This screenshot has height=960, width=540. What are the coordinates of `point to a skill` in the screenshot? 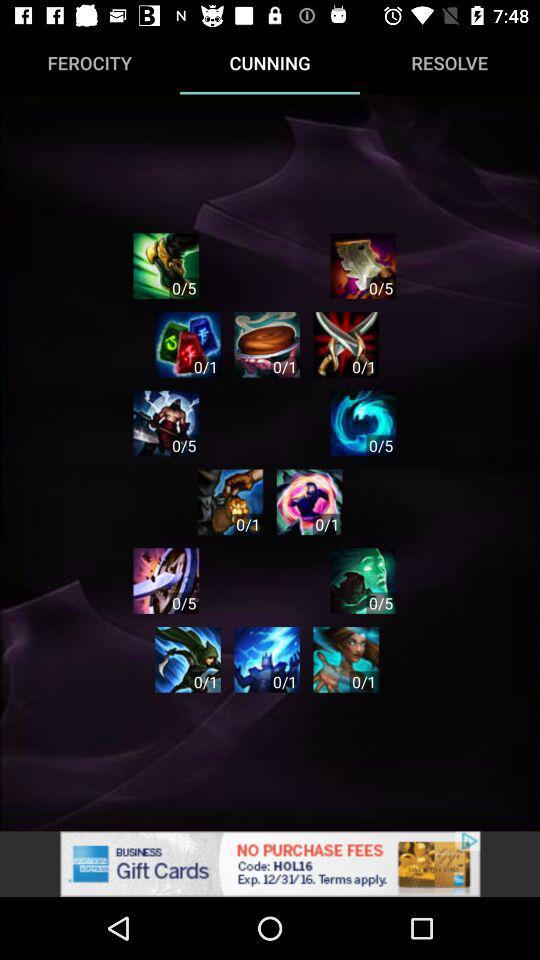 It's located at (362, 423).